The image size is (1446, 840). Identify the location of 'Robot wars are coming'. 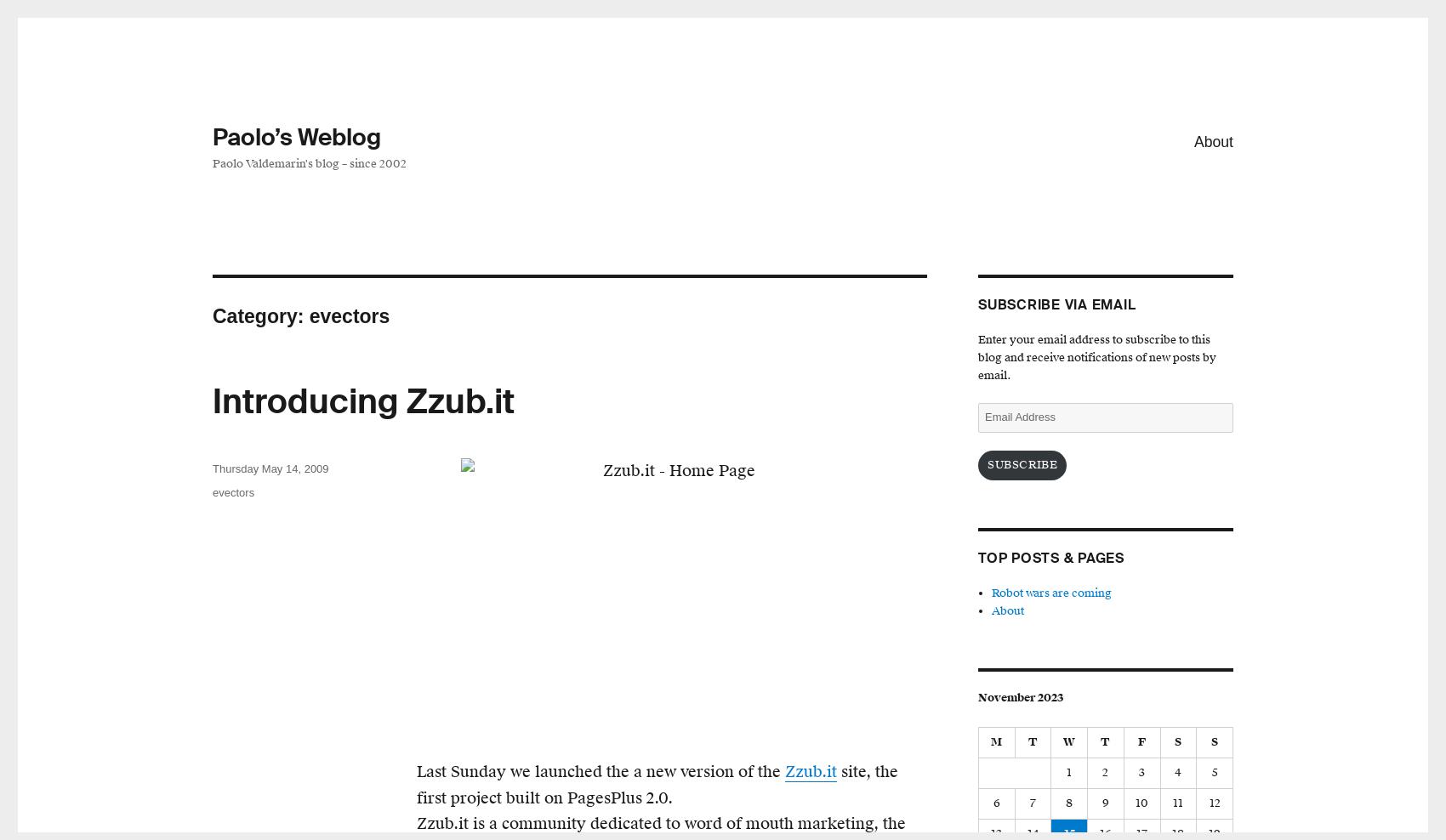
(1050, 593).